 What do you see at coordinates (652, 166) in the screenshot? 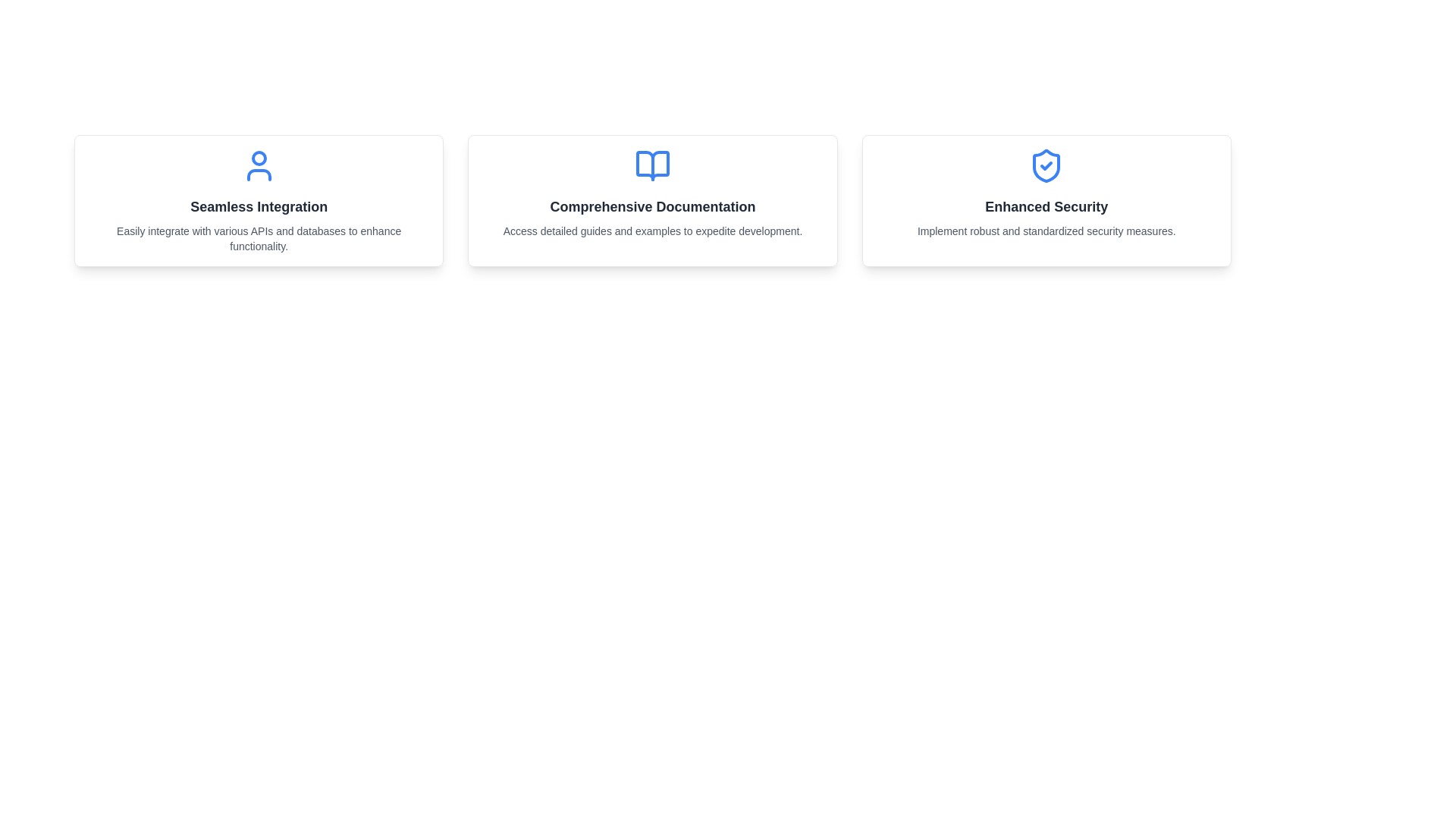
I see `the graphical icon located at the top-center of the card labeled 'Comprehensive Documentation', which serves as a visual representation for accessing documentation` at bounding box center [652, 166].